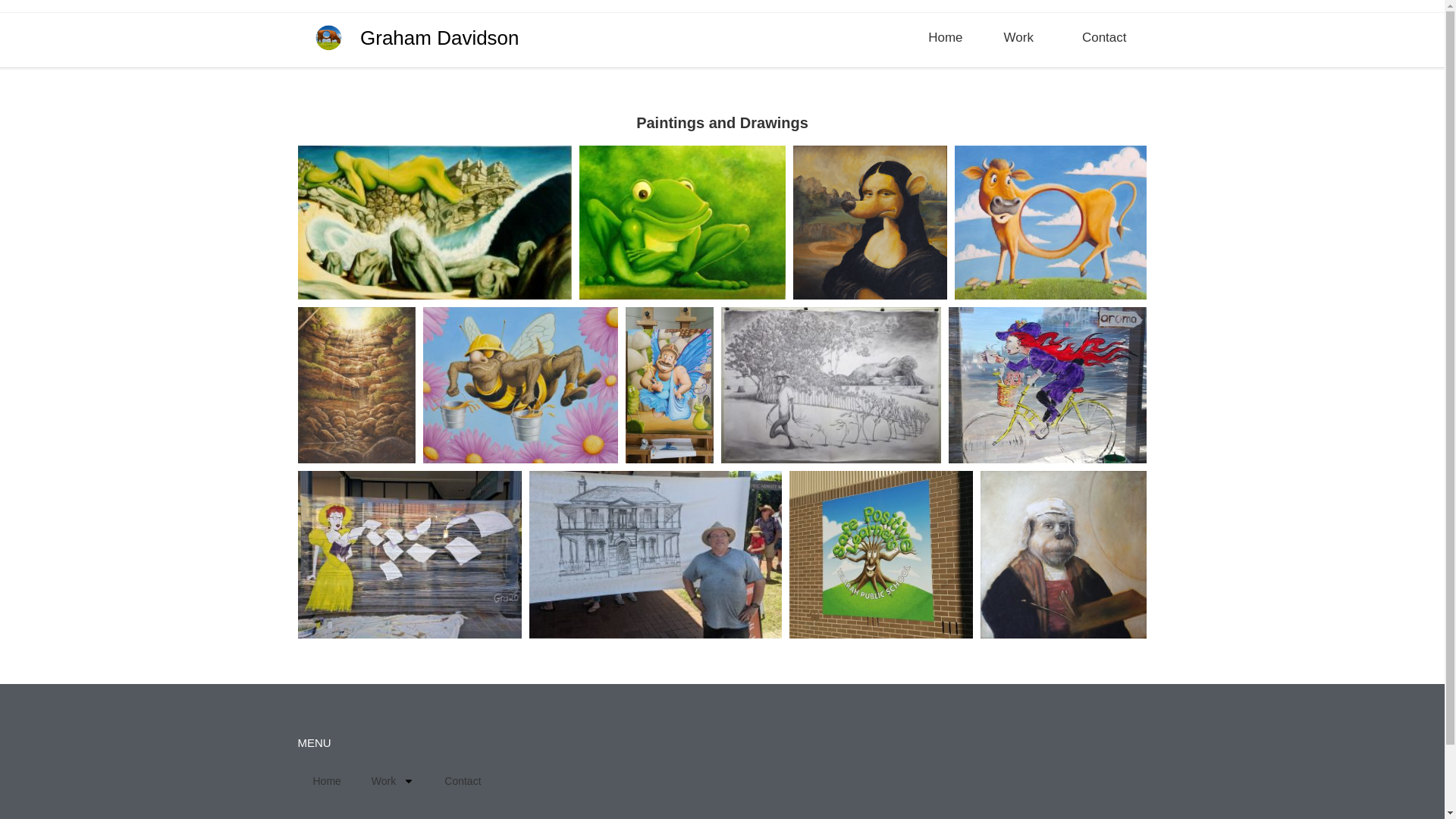 Image resolution: width=1456 pixels, height=819 pixels. Describe the element at coordinates (297, 780) in the screenshot. I see `'Home'` at that location.